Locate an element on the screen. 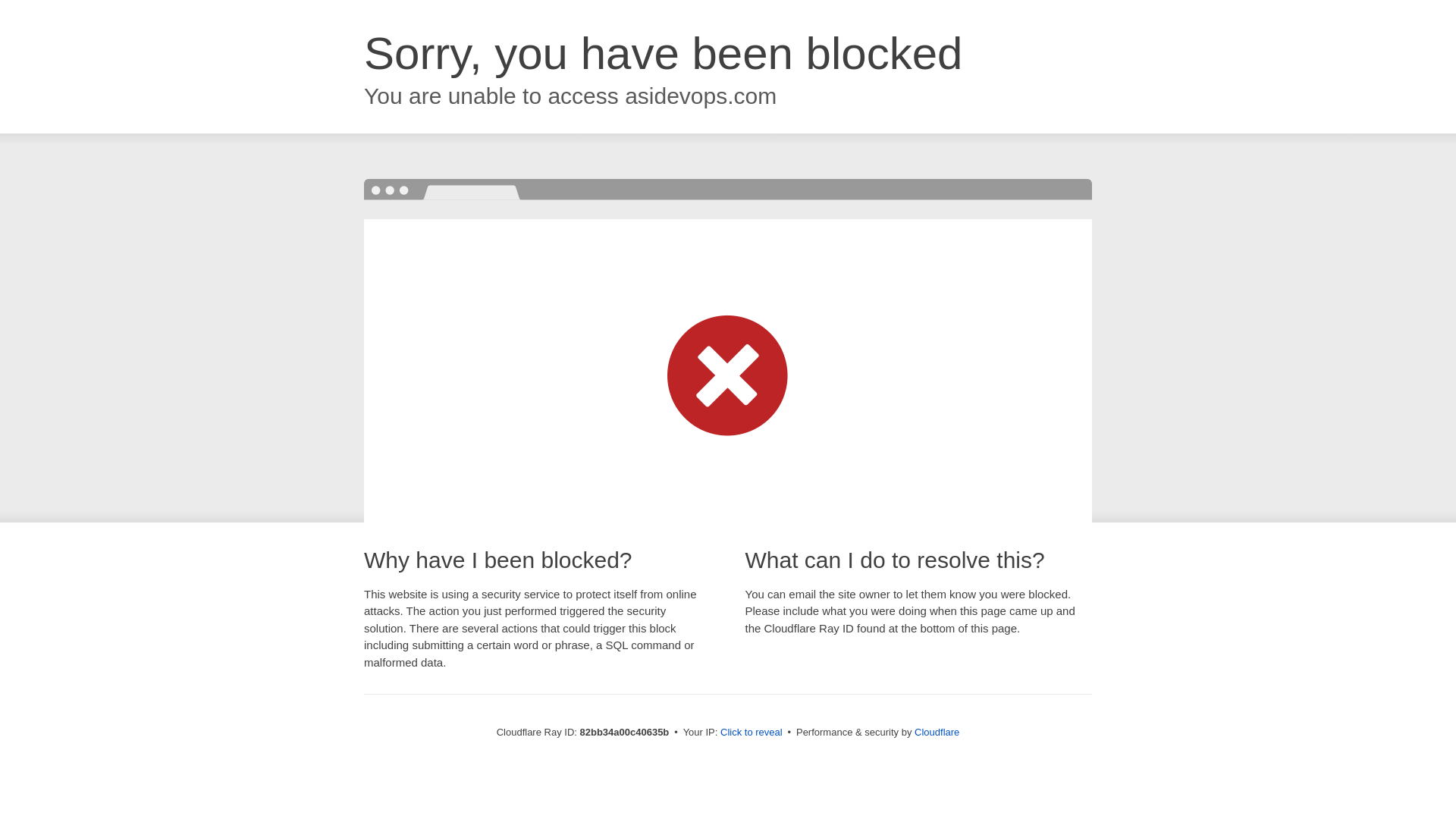  'Cloudflare' is located at coordinates (936, 731).